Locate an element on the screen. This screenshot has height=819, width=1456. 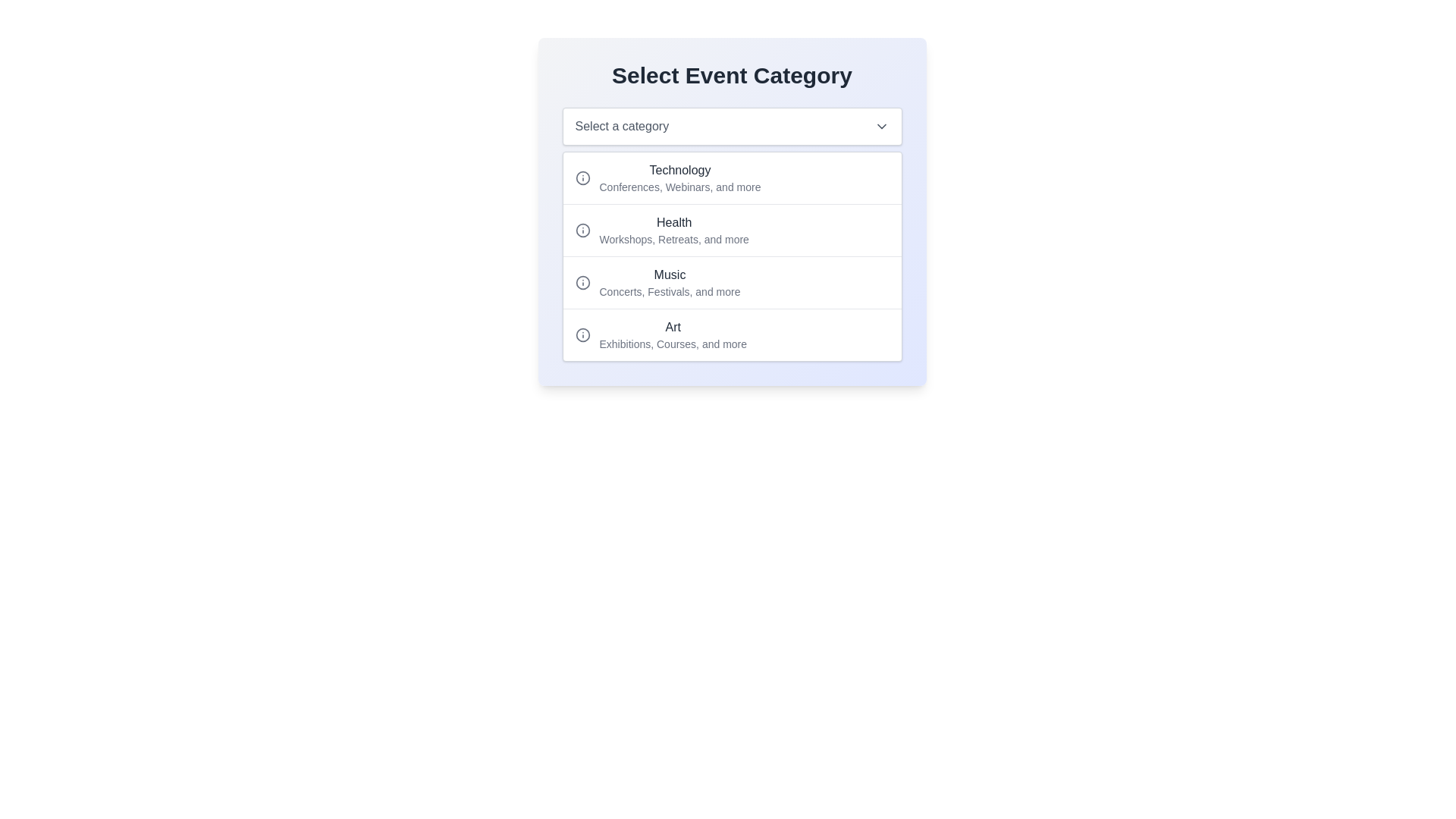
the text label 'Art' within the vertical list titled 'Select Event Category' is located at coordinates (672, 334).